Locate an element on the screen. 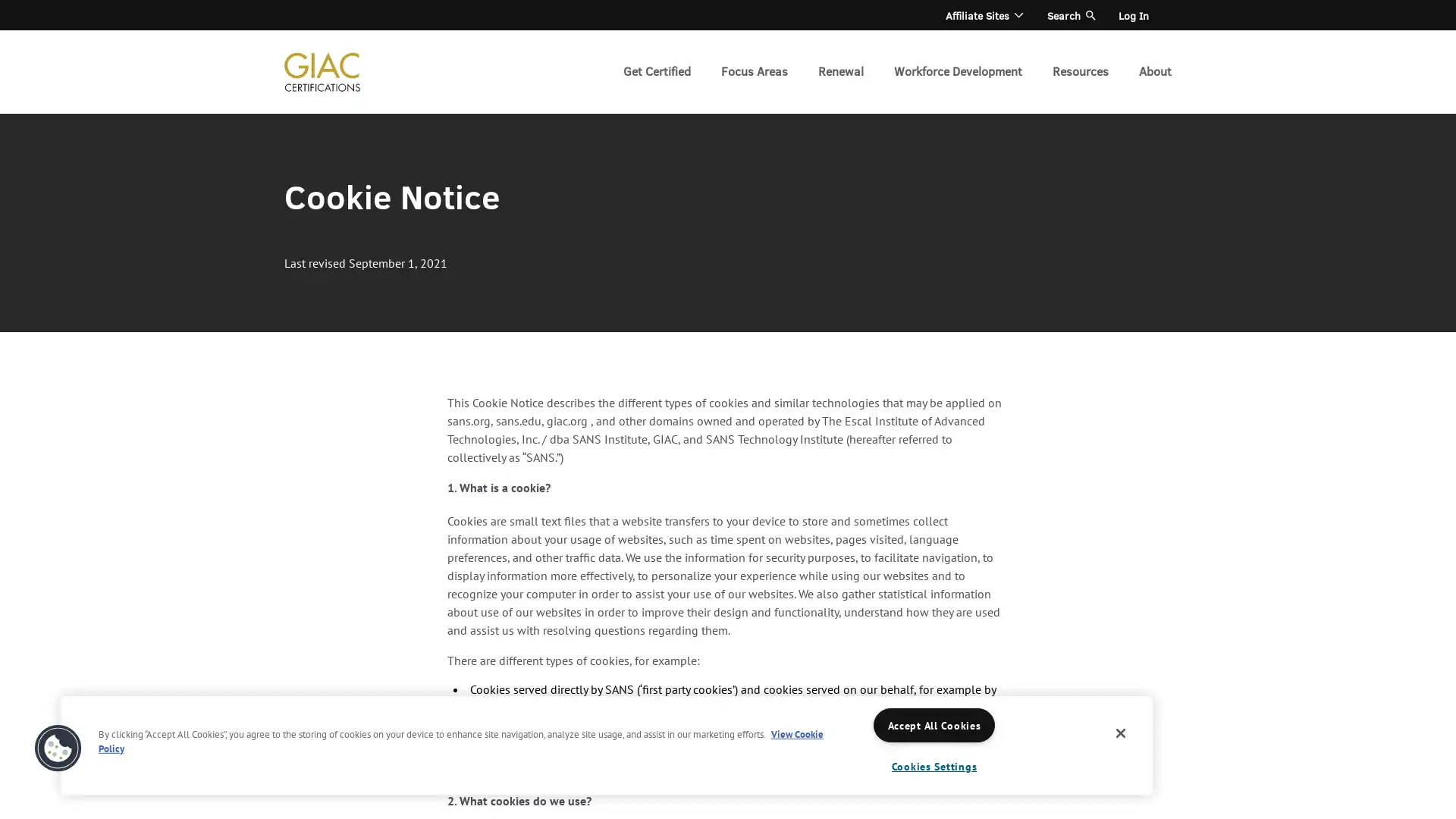 The width and height of the screenshot is (1456, 819). Cookies Settings is located at coordinates (934, 766).